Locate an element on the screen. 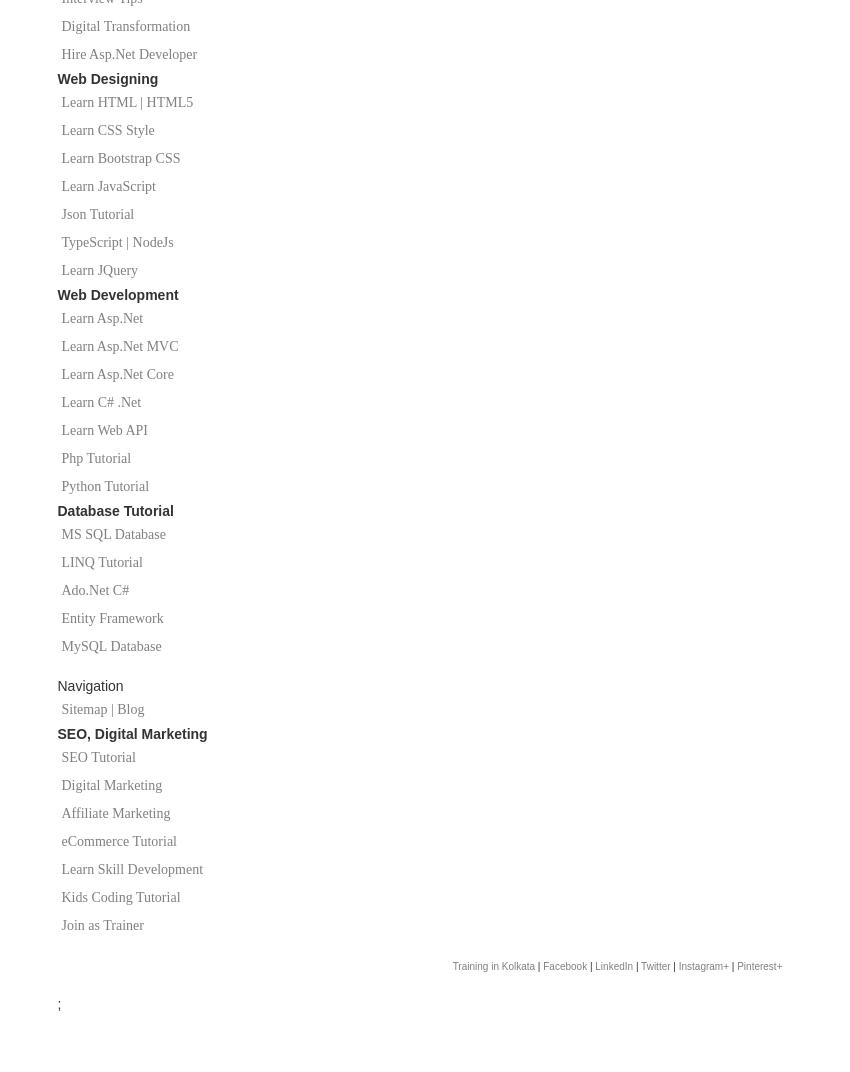 The width and height of the screenshot is (850, 1072). 'Facebook' is located at coordinates (564, 965).